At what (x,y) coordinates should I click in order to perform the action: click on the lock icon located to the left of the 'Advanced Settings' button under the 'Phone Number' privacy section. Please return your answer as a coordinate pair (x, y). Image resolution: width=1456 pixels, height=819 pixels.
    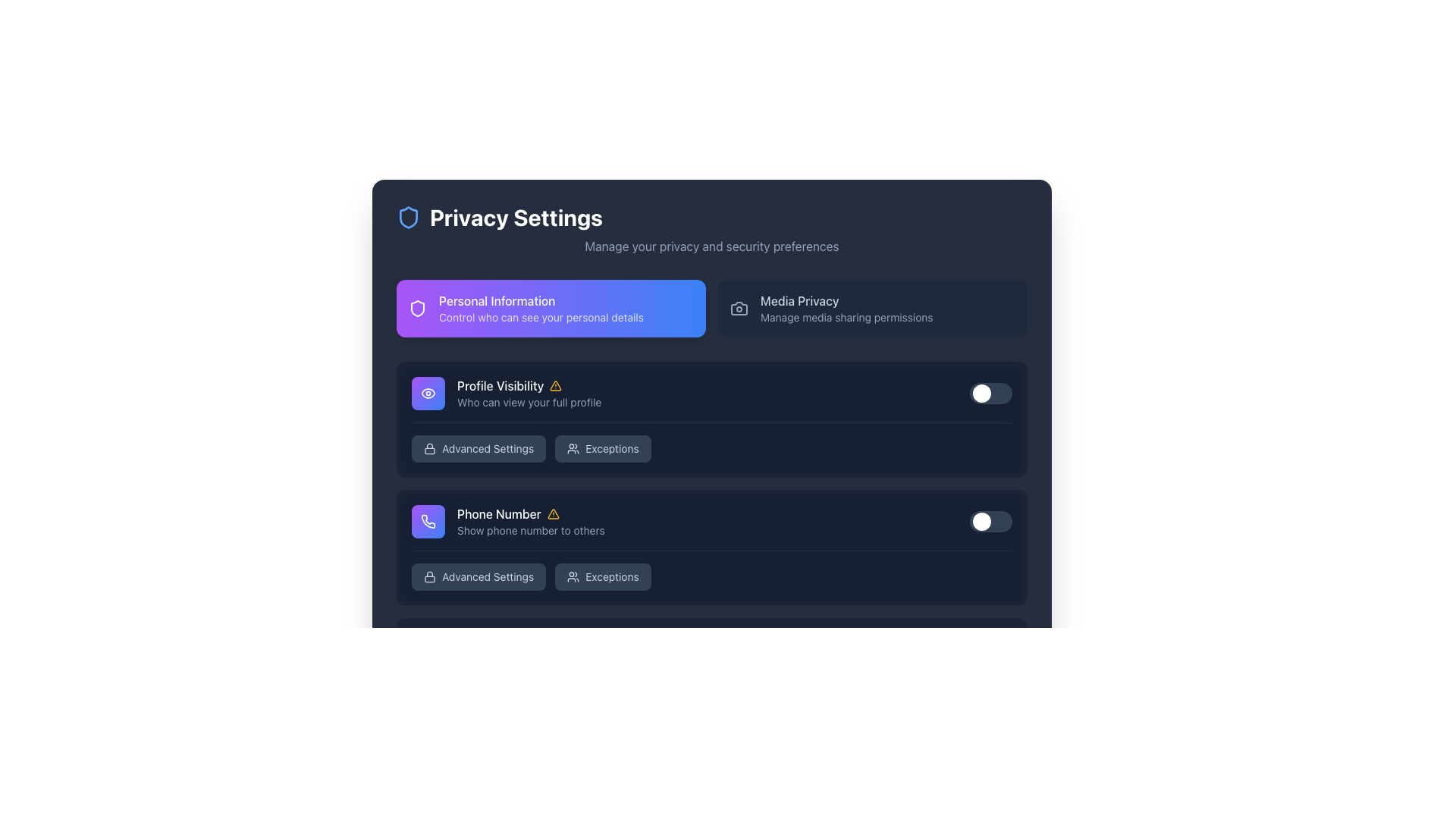
    Looking at the image, I should click on (428, 704).